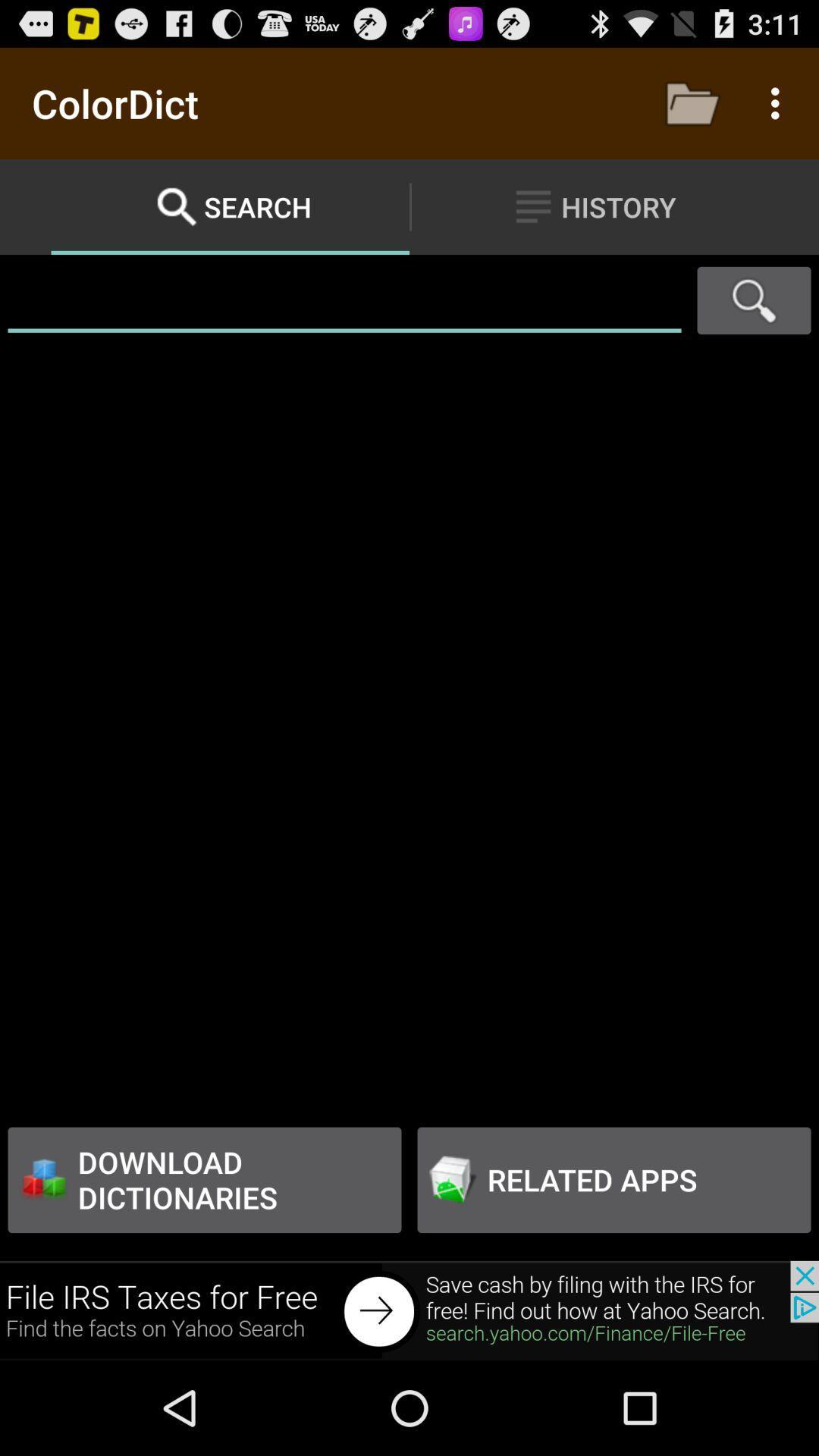  What do you see at coordinates (754, 321) in the screenshot?
I see `the search icon` at bounding box center [754, 321].